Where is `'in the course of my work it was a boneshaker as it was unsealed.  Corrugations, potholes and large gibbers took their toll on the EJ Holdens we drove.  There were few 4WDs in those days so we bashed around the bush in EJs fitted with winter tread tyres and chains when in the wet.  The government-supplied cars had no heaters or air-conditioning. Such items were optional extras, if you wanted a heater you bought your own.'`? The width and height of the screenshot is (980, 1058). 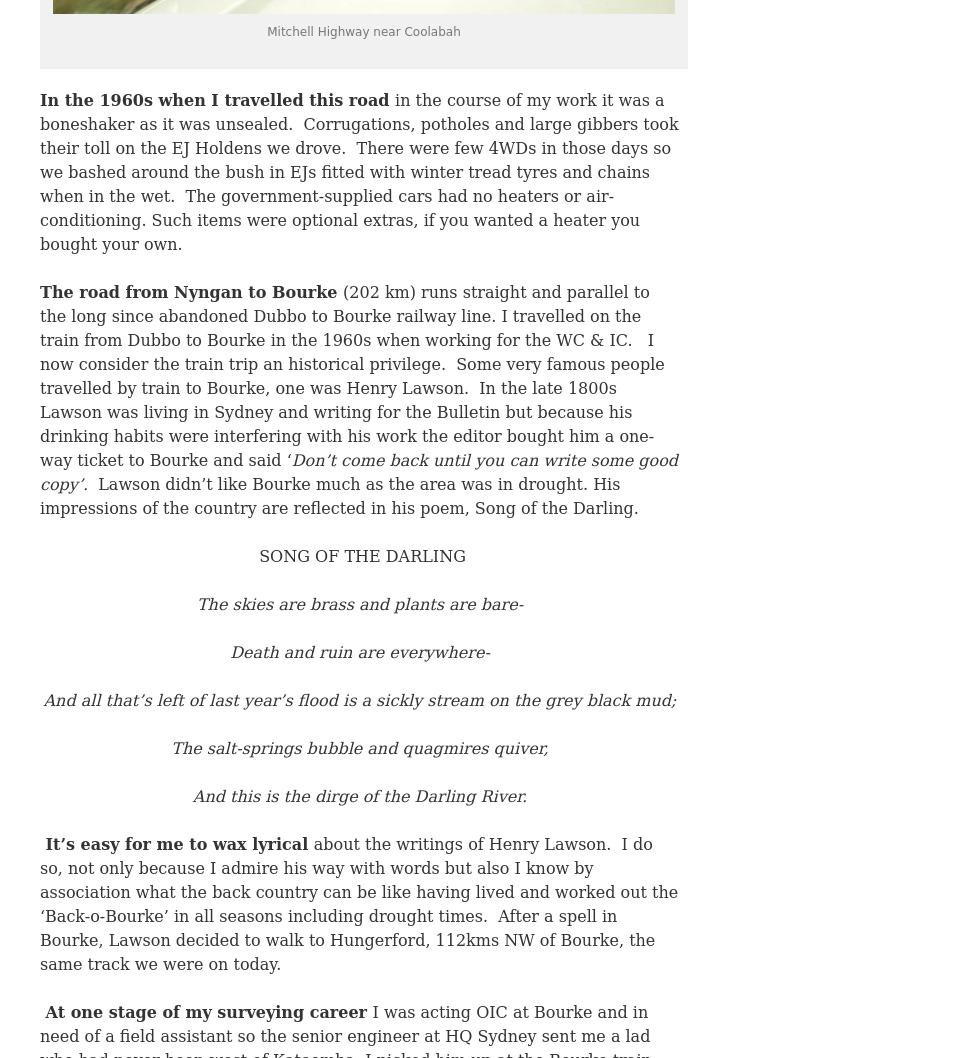 'in the course of my work it was a boneshaker as it was unsealed.  Corrugations, potholes and large gibbers took their toll on the EJ Holdens we drove.  There were few 4WDs in those days so we bashed around the bush in EJs fitted with winter tread tyres and chains when in the wet.  The government-supplied cars had no heaters or air-conditioning. Such items were optional extras, if you wanted a heater you bought your own.' is located at coordinates (358, 171).